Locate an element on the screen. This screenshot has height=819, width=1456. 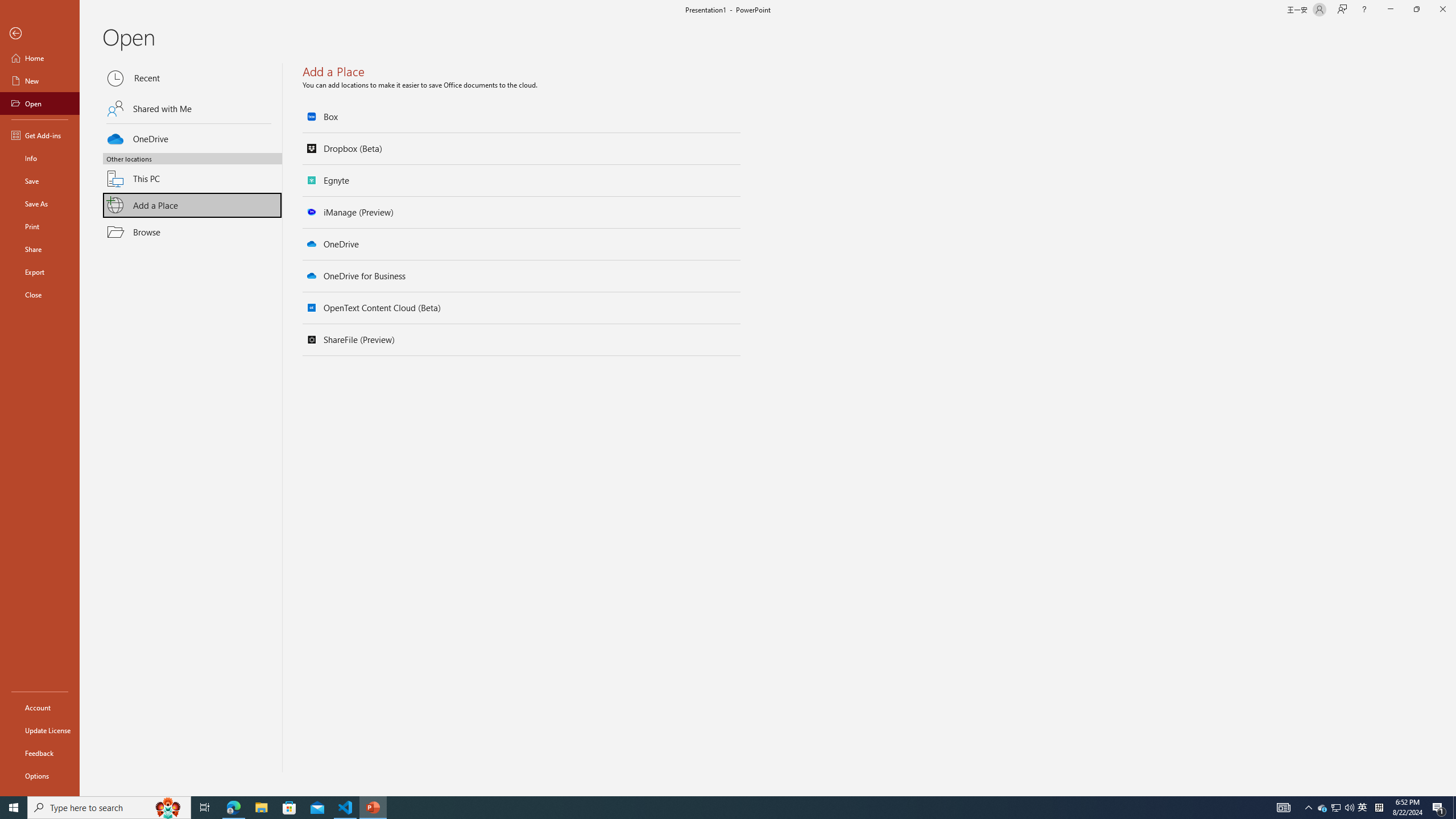
'Back' is located at coordinates (39, 33).